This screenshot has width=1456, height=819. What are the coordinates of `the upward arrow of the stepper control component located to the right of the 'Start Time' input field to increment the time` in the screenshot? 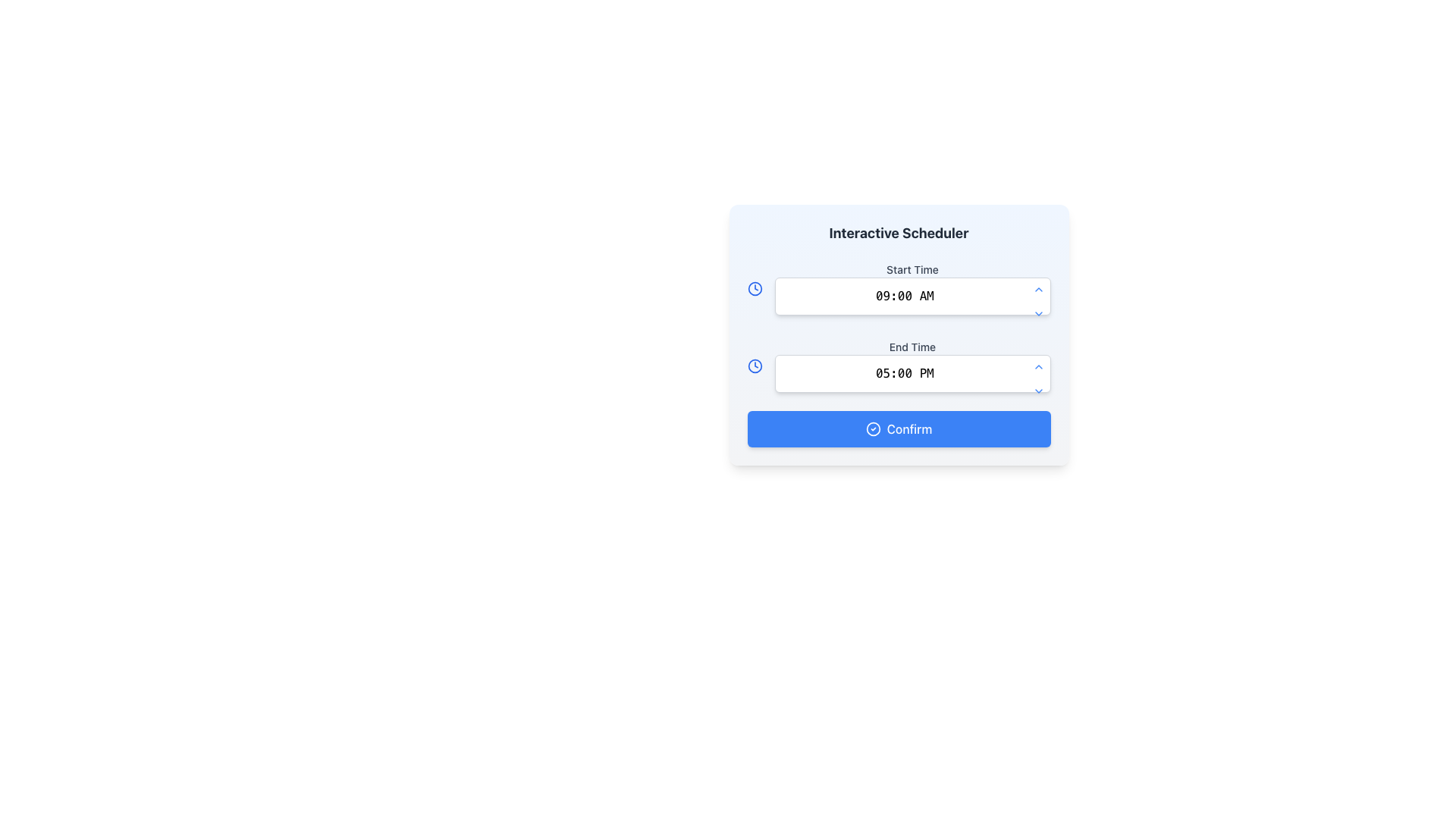 It's located at (1037, 301).